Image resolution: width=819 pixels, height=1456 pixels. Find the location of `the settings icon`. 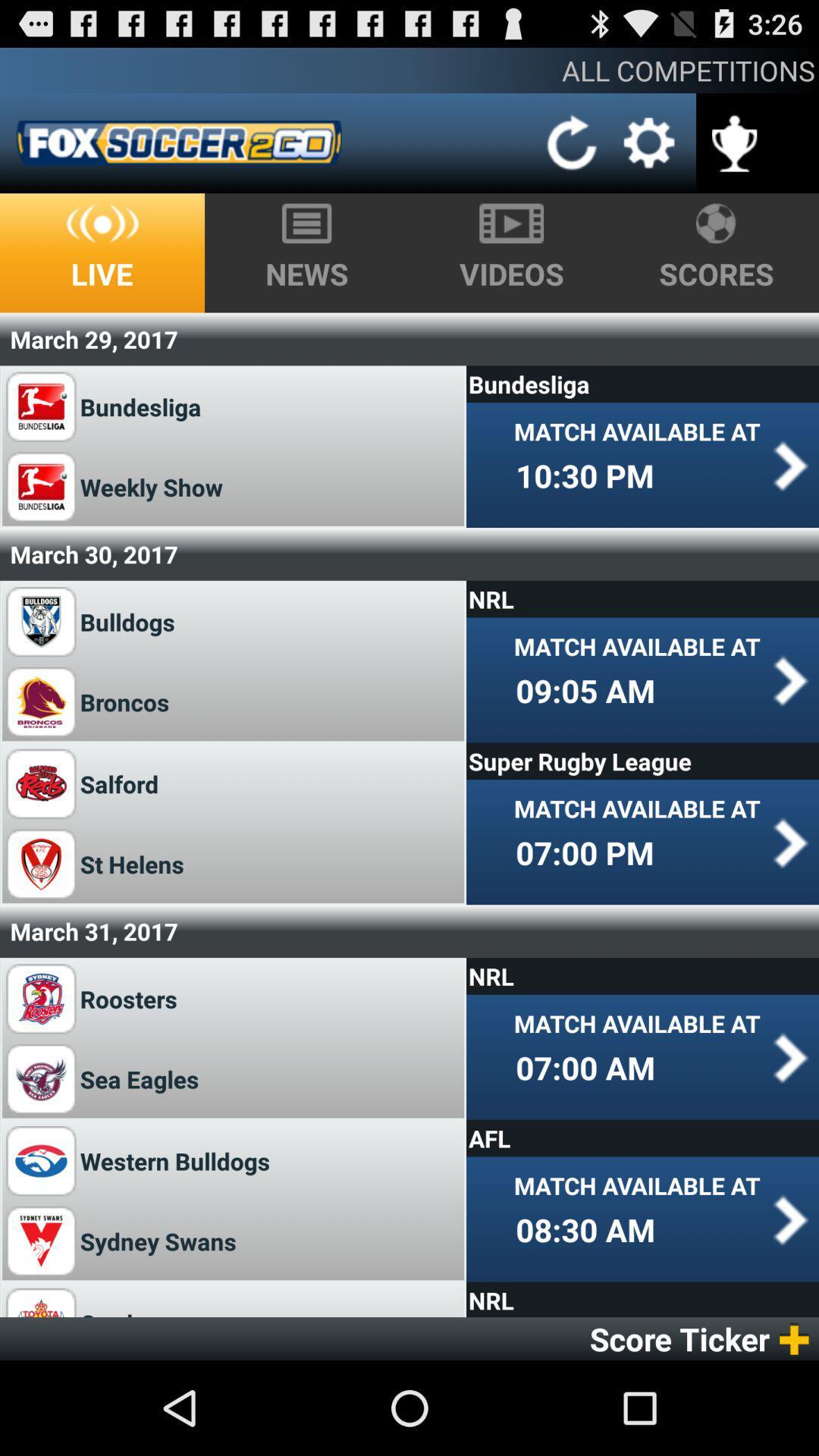

the settings icon is located at coordinates (648, 152).